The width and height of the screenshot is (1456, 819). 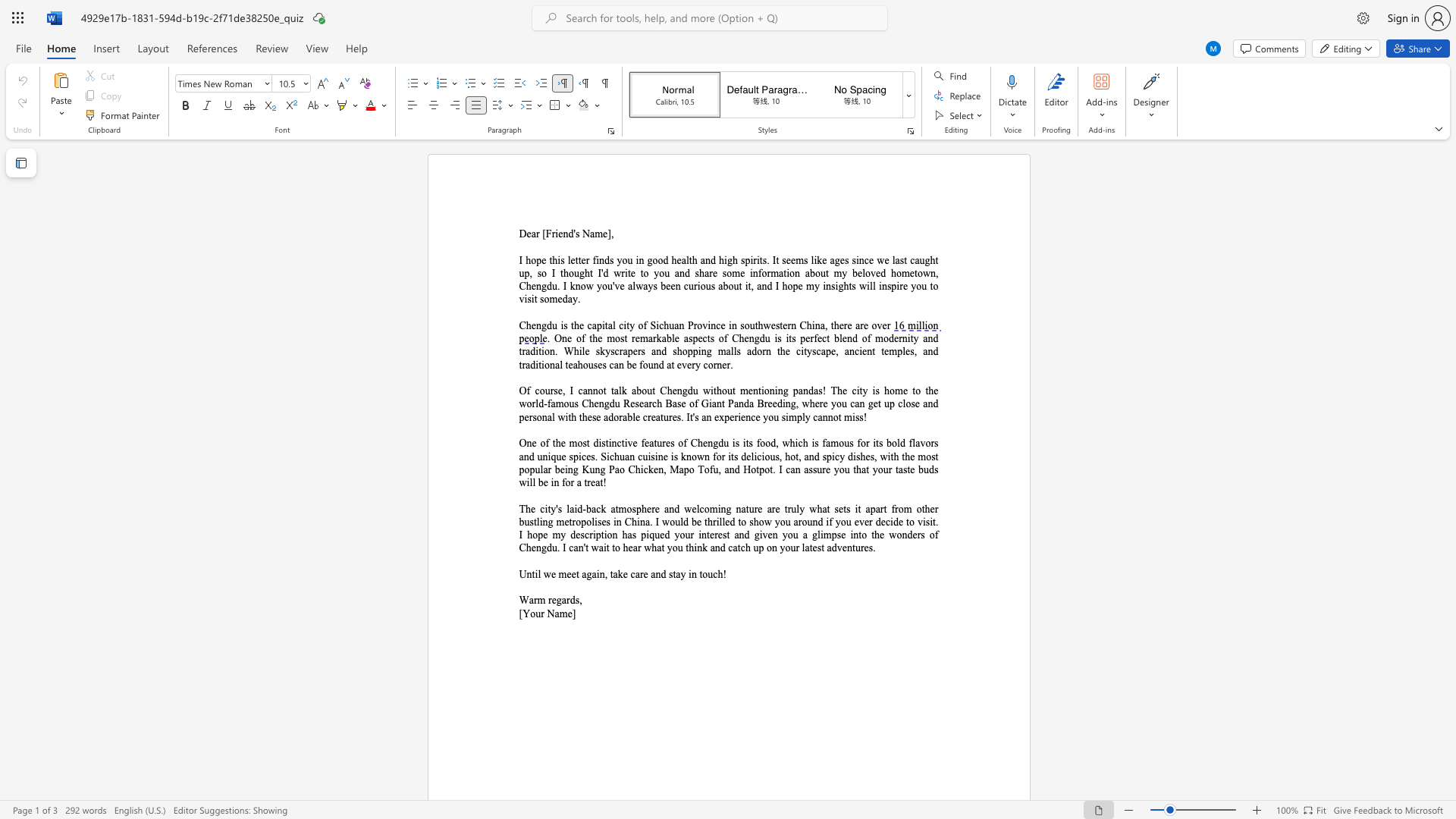 I want to click on the subset text "Chengd" within the text "Chengdu is the capital city of Sichuan Province in southwestern China, there are over", so click(x=519, y=325).